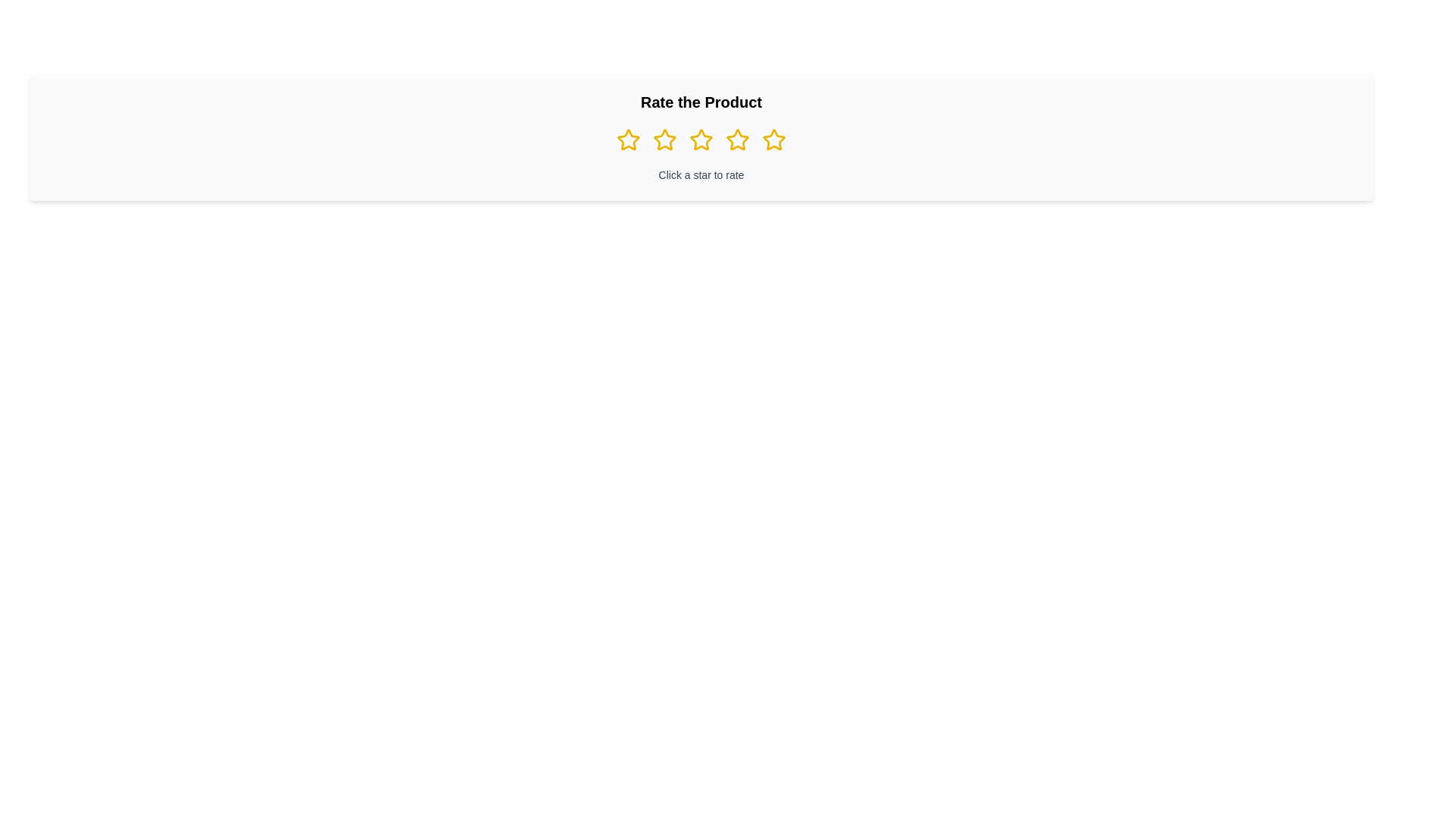 This screenshot has height=819, width=1456. I want to click on the third yellow star icon from the left, indicating an active rating state, located under the 'Rate the Product' header, so click(701, 140).